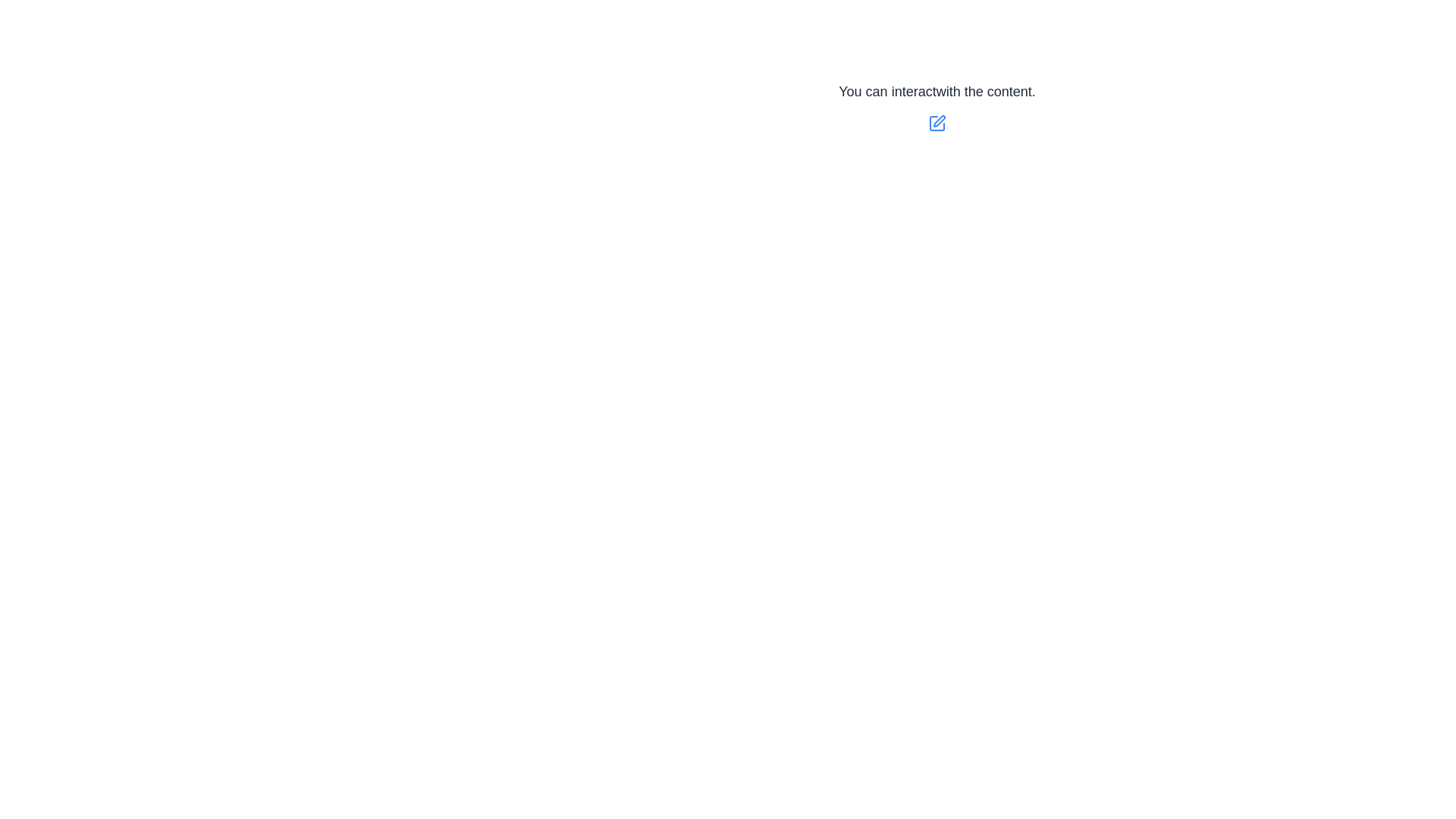 The image size is (1456, 819). What do you see at coordinates (913, 91) in the screenshot?
I see `the text element displaying the word 'interact' in a sans-serif font, which is the third word in the sentence 'You can interact with the content.'` at bounding box center [913, 91].